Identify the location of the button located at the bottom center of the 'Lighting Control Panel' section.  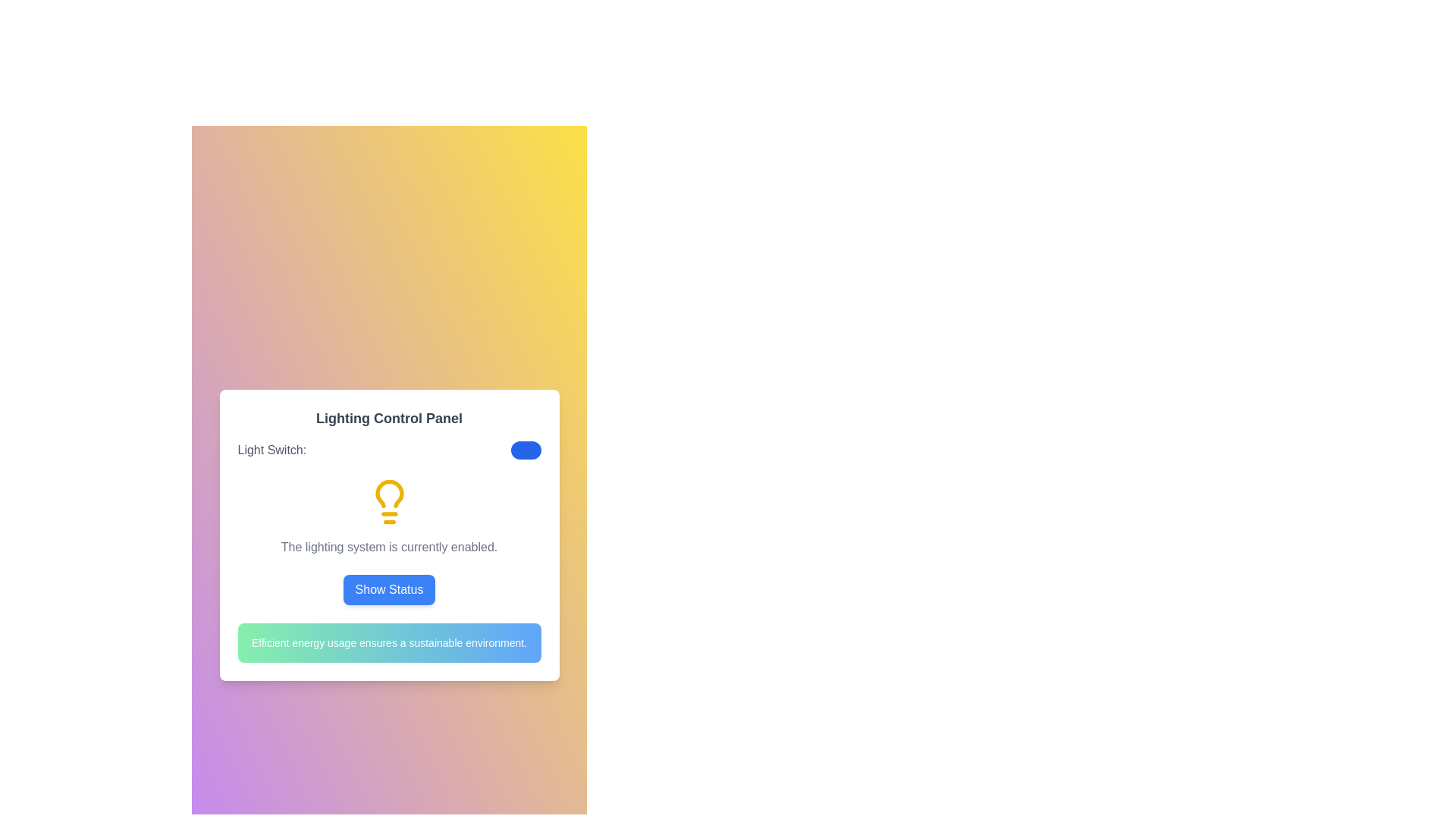
(389, 589).